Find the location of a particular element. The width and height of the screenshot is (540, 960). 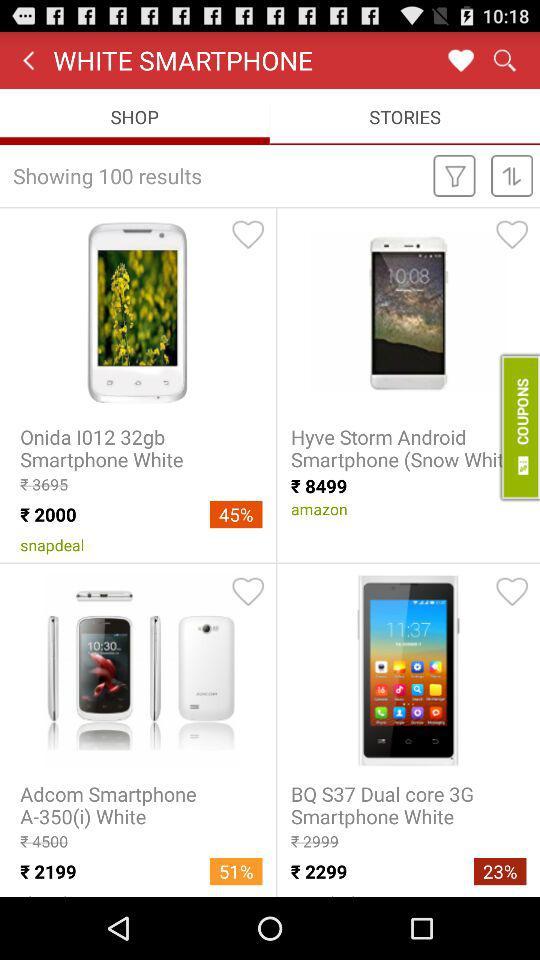

the search icon is located at coordinates (503, 64).